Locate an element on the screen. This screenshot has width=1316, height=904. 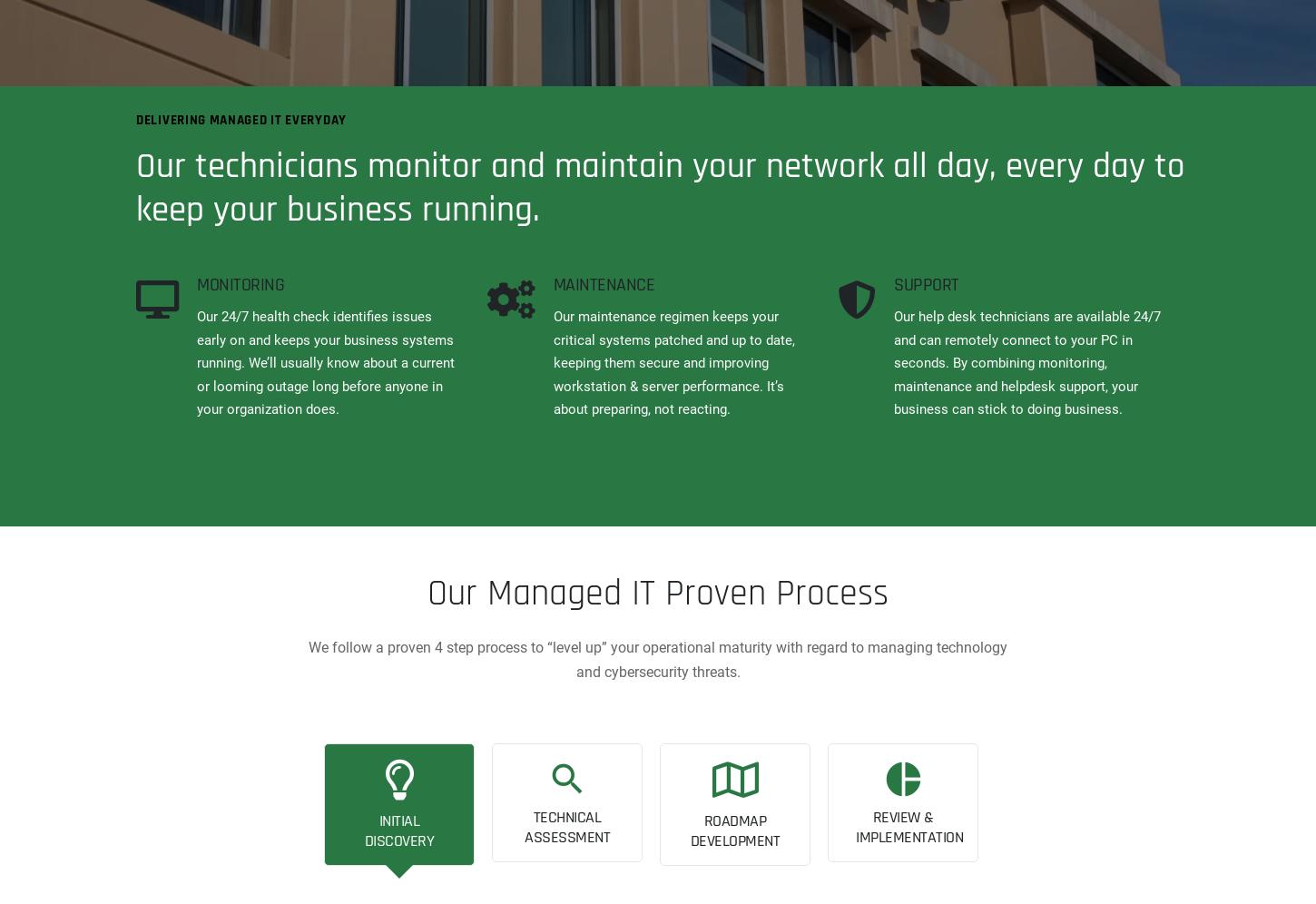
'REVIEW & IMPLEMENTATION' is located at coordinates (908, 825).